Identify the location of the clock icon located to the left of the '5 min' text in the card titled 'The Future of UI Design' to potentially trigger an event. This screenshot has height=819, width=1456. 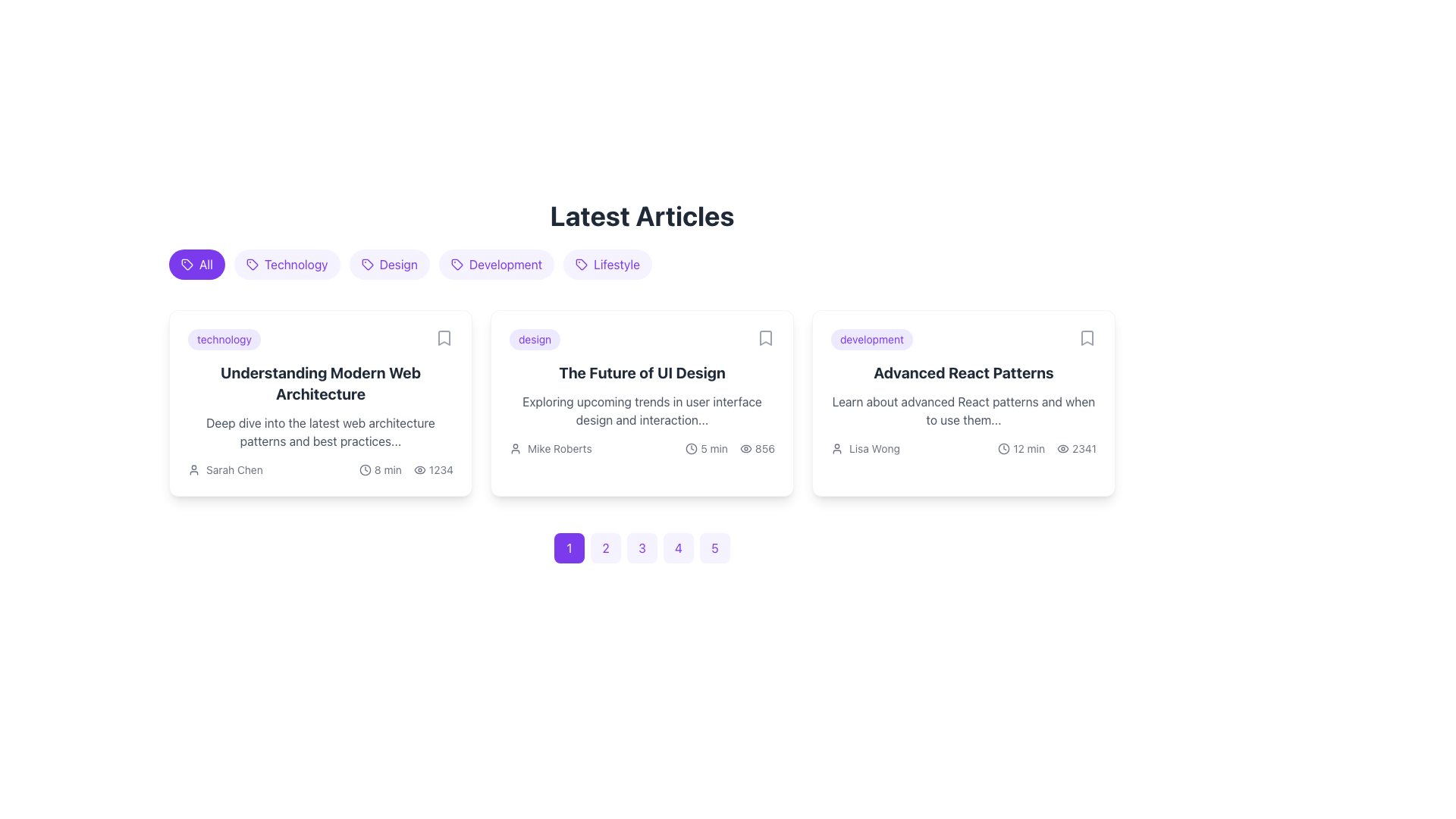
(691, 447).